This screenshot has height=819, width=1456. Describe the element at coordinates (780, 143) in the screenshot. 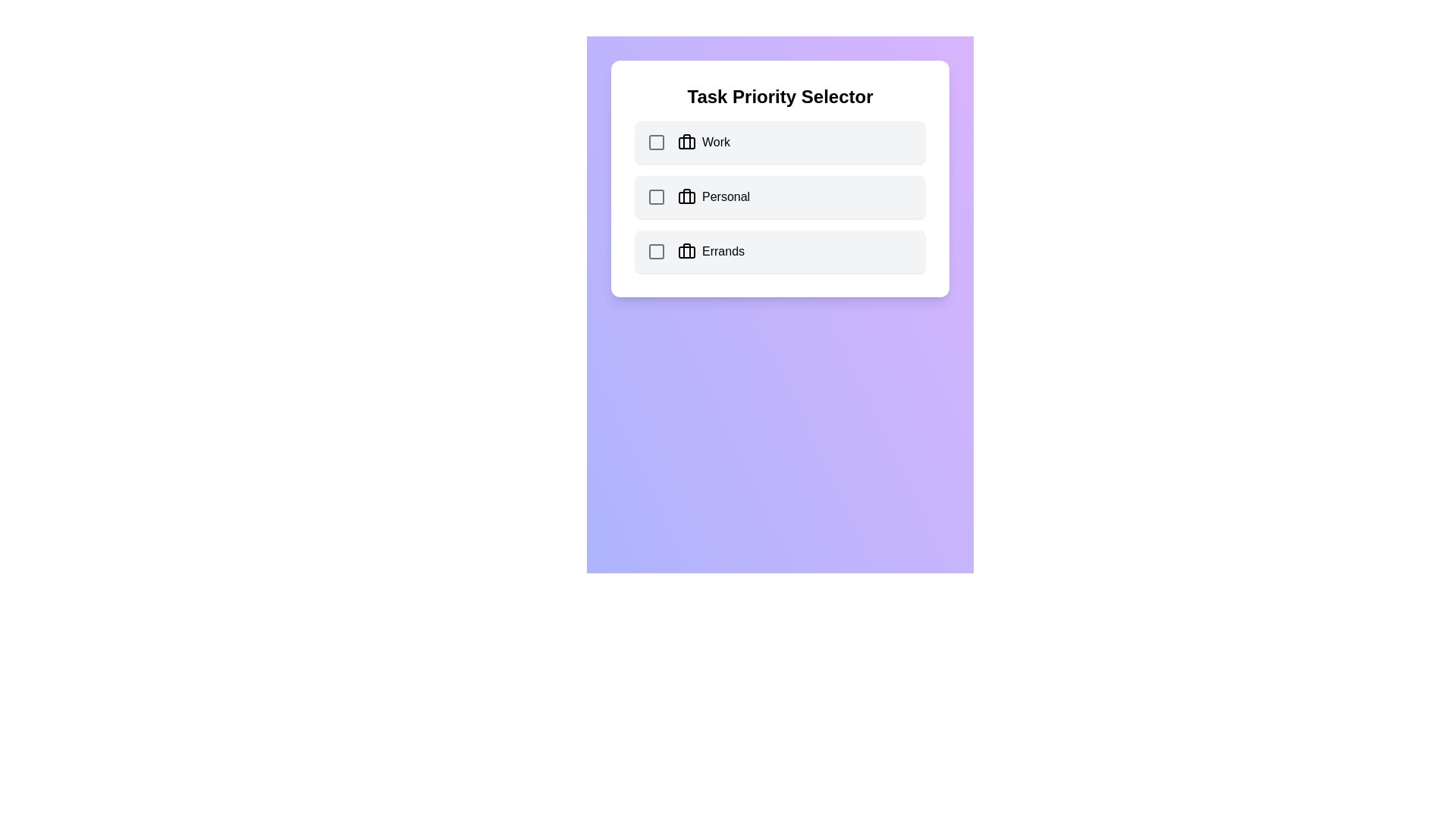

I see `the category Work` at that location.